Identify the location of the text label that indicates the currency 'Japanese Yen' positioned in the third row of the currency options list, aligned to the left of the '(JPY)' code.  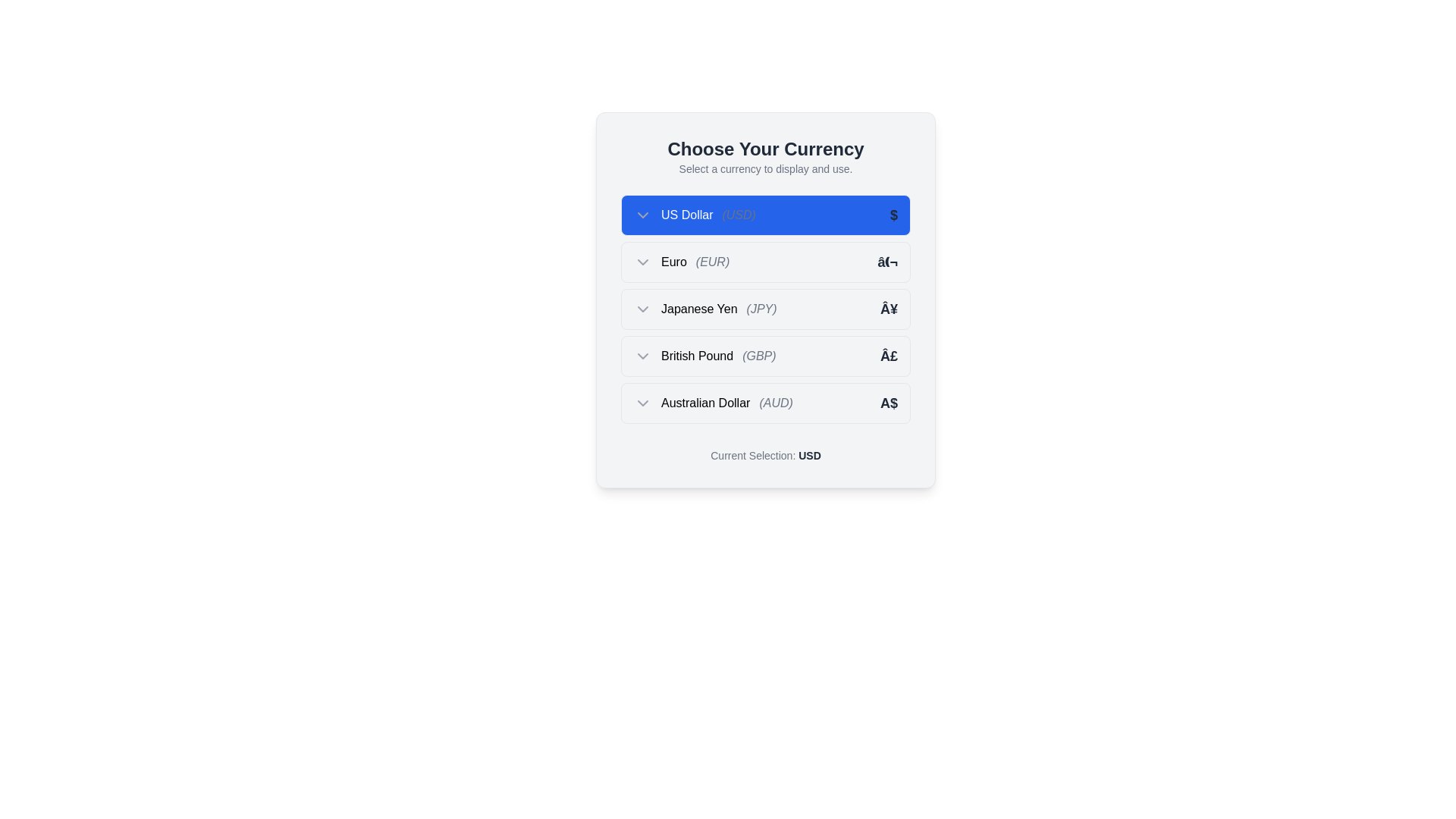
(698, 309).